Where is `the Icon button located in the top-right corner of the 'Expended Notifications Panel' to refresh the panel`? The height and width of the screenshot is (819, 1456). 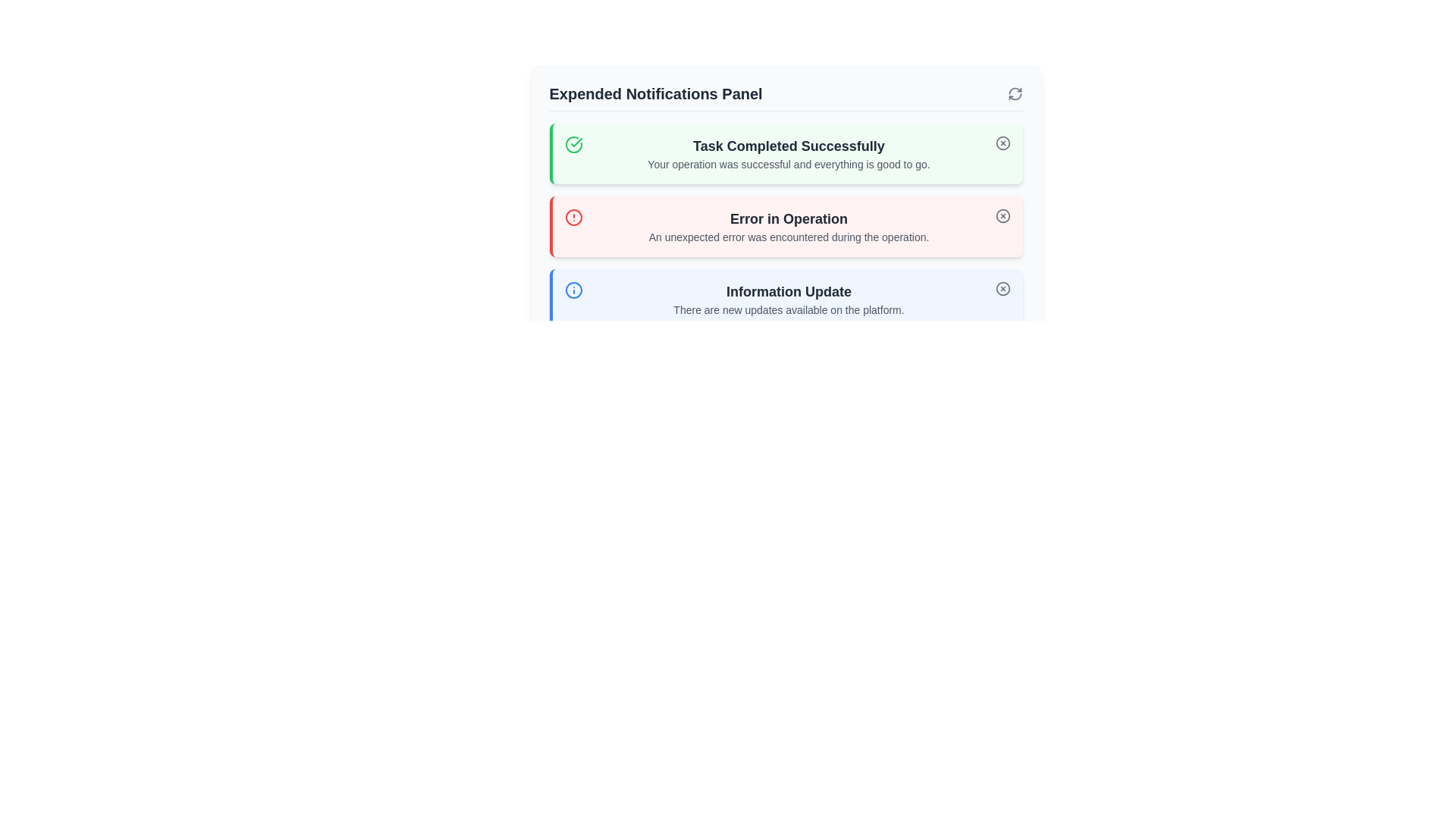
the Icon button located in the top-right corner of the 'Expended Notifications Panel' to refresh the panel is located at coordinates (1015, 93).